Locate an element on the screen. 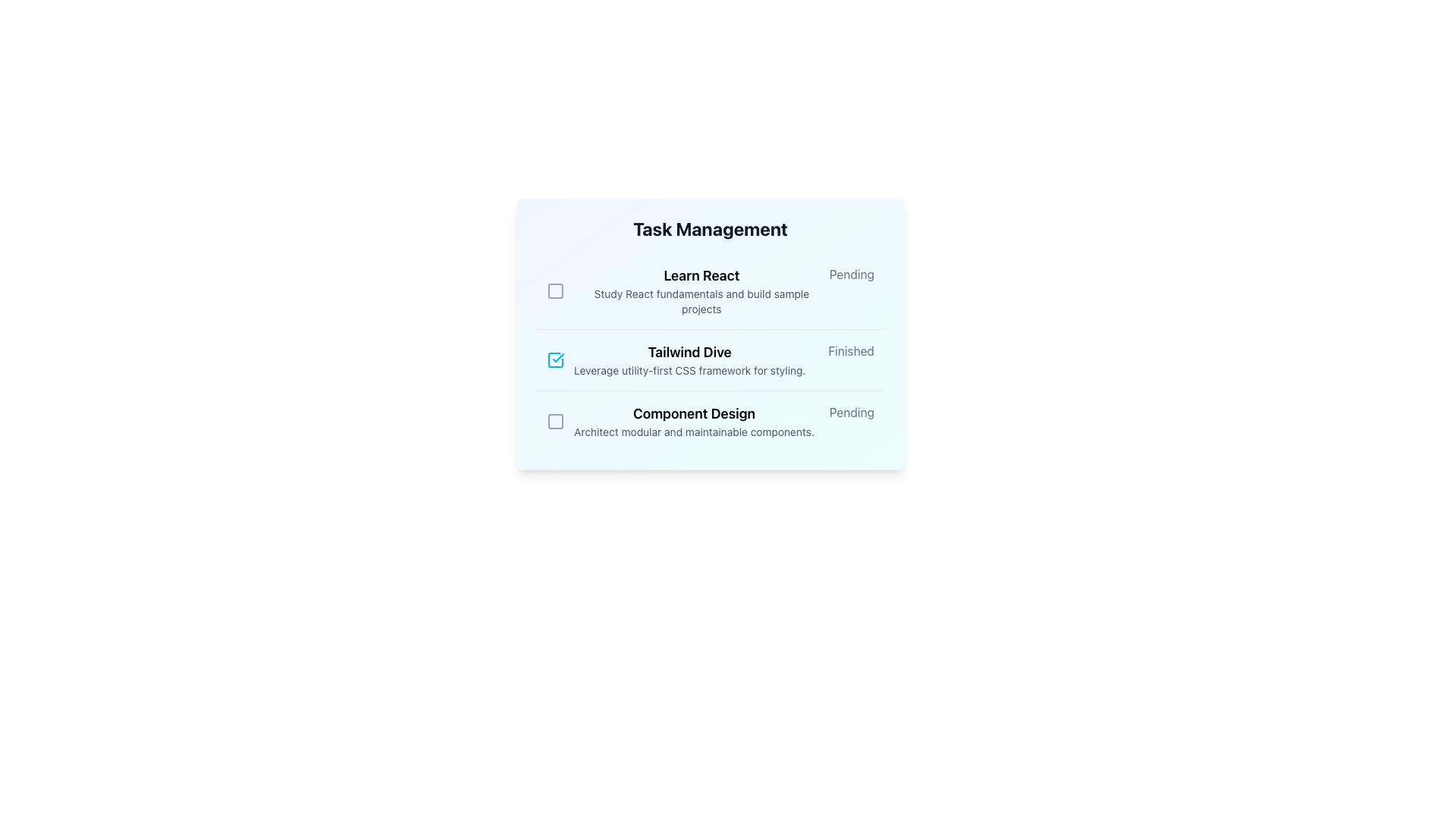  the styled SVG icon representing a completed task, located to the left of the row labeled 'Tailwind Dive' in the task list is located at coordinates (555, 359).